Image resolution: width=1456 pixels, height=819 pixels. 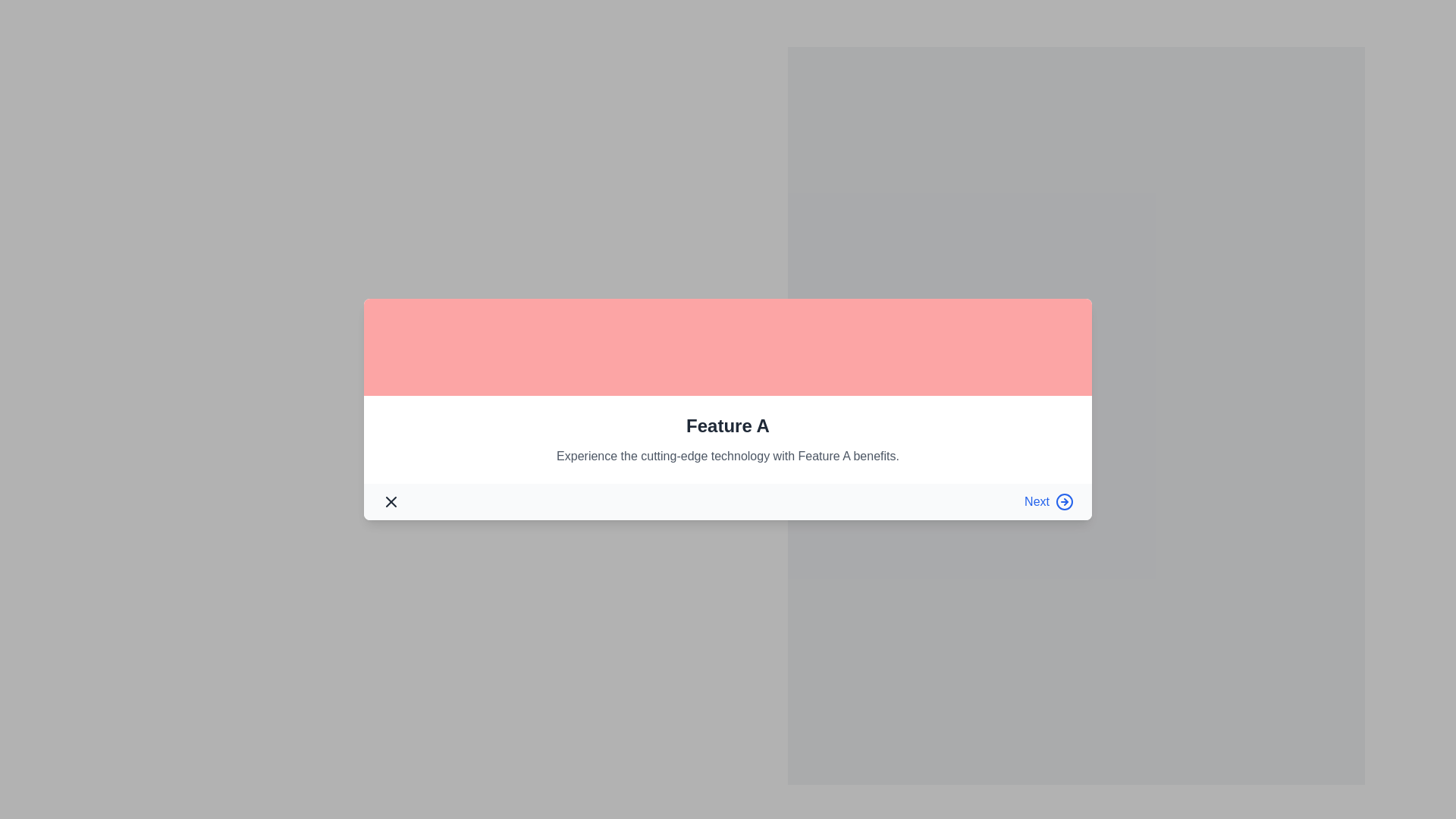 What do you see at coordinates (1036, 502) in the screenshot?
I see `the 'Next' text label, which is styled in blue with medium-weight font and is located in the lower-right section of a centered modal window` at bounding box center [1036, 502].